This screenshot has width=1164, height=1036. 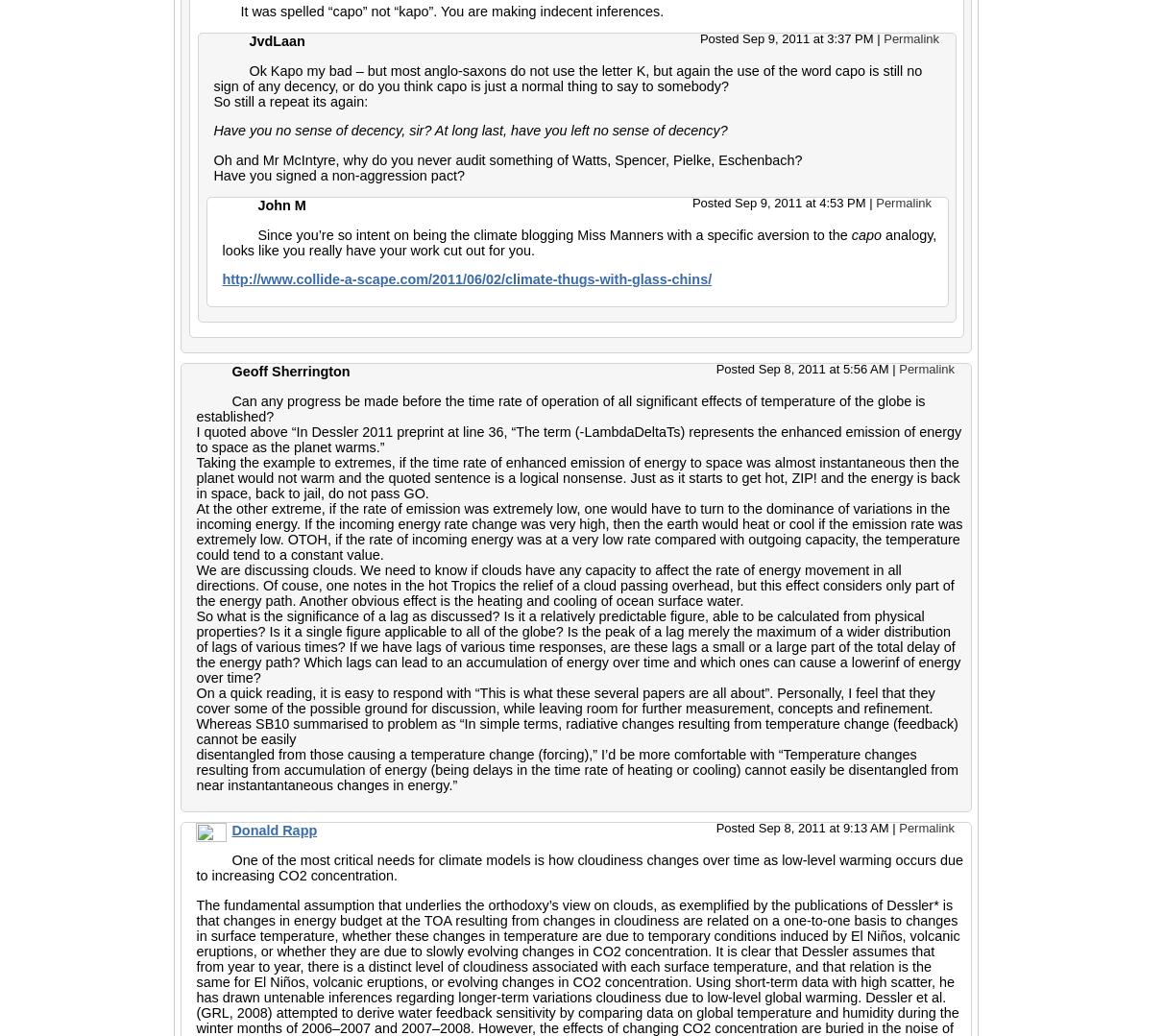 What do you see at coordinates (194, 866) in the screenshot?
I see `'One of the most critical needs for climate models is how cloudiness changes over time as low-level warming occurs due to increasing CO2 concentration.'` at bounding box center [194, 866].